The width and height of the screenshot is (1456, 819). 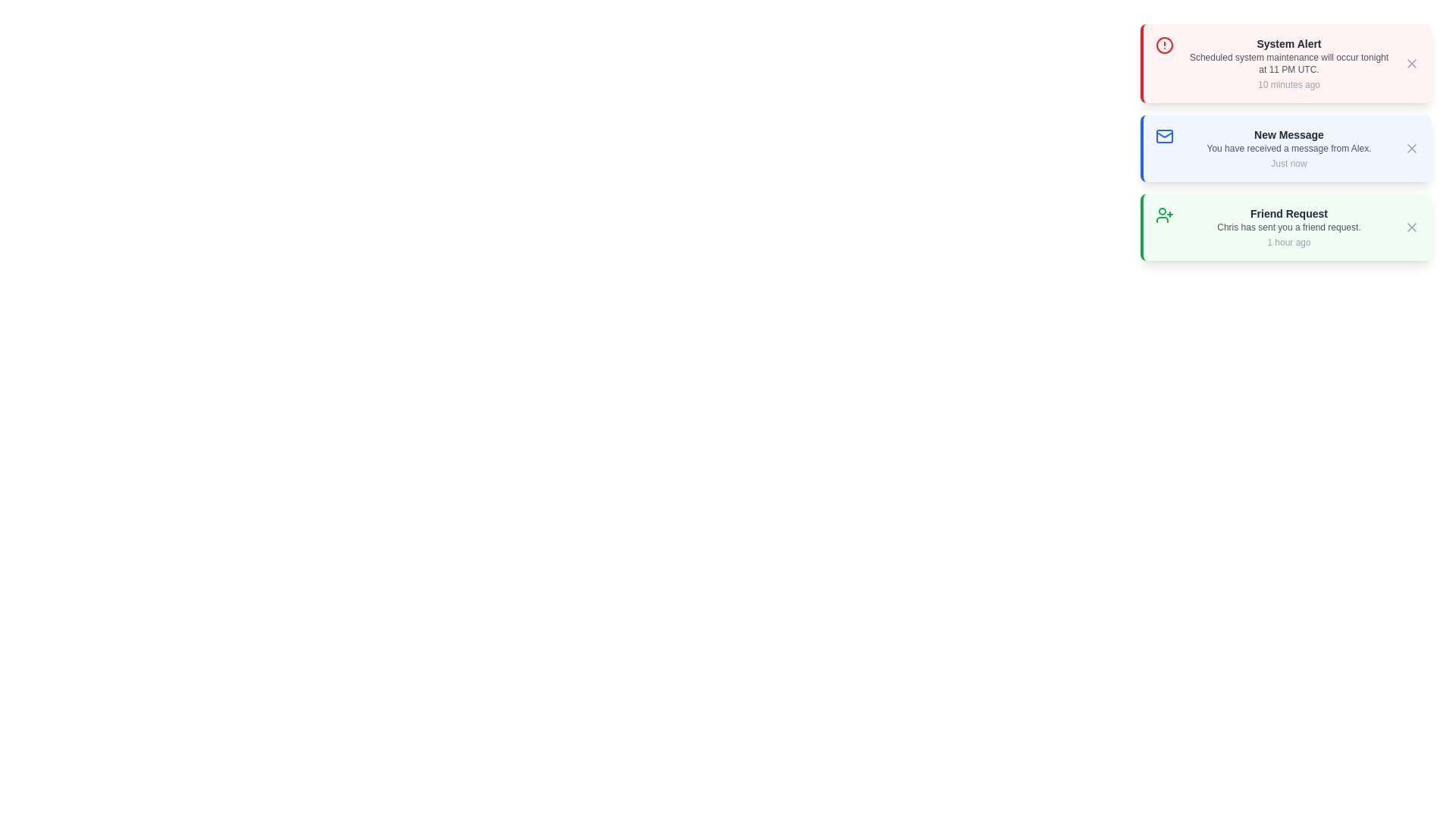 What do you see at coordinates (1411, 149) in the screenshot?
I see `the dismiss button represented by an 'X' on the right side of the 'New Message' notification` at bounding box center [1411, 149].